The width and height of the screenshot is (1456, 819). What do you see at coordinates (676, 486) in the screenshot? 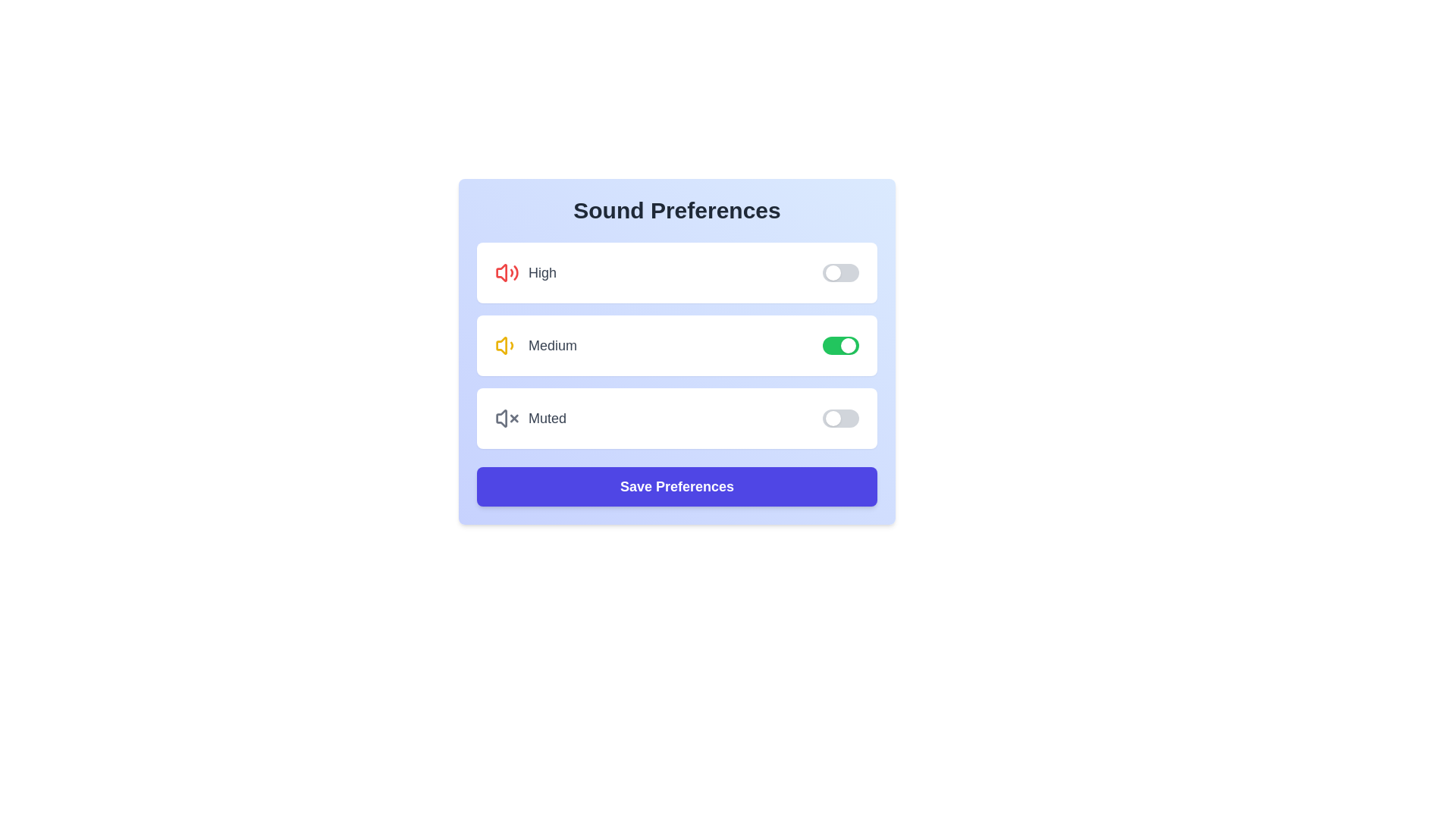
I see `the 'Save Preferences' button to save the current sound preferences` at bounding box center [676, 486].